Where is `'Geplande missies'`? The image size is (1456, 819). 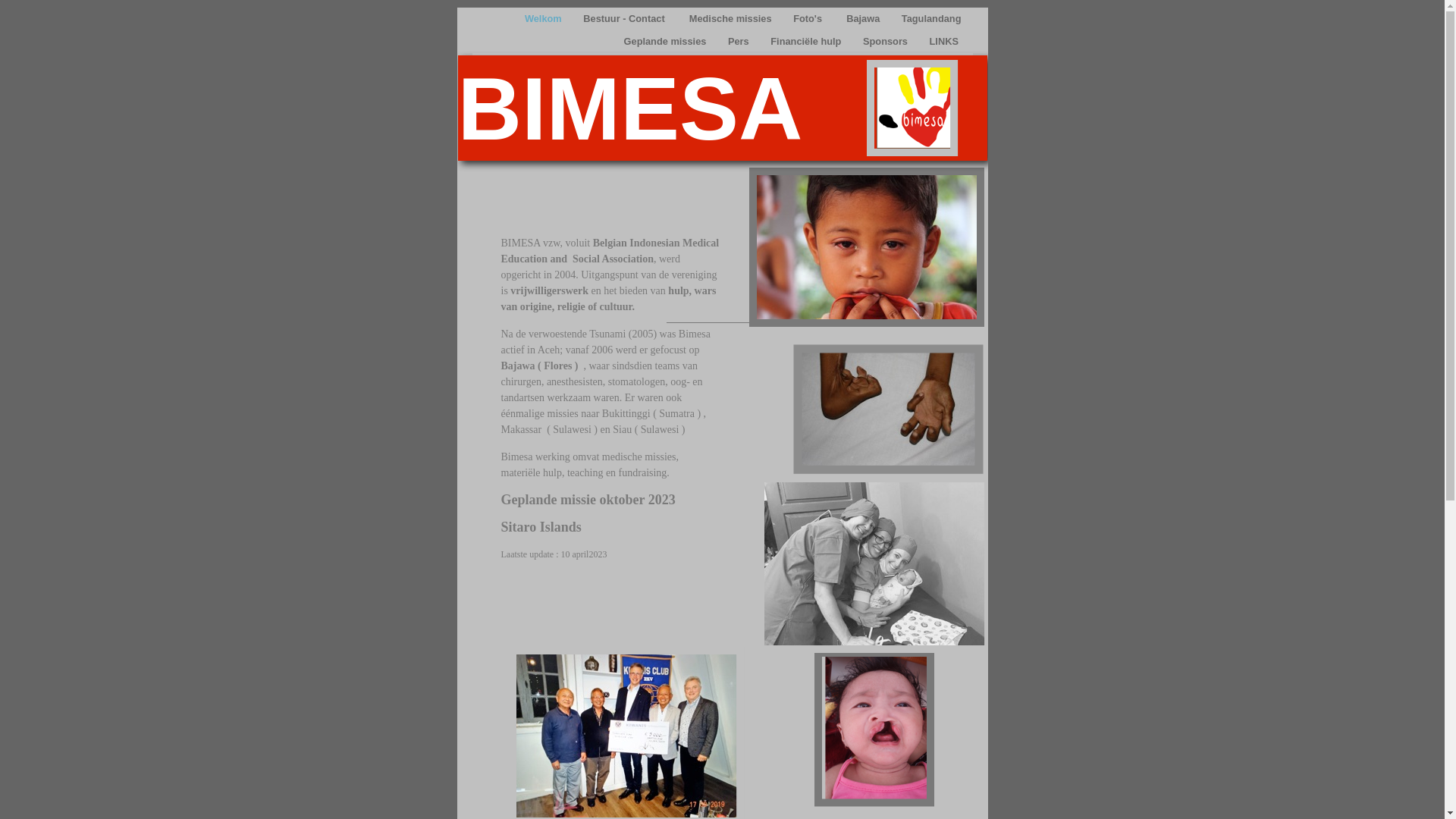 'Geplande missies' is located at coordinates (666, 40).